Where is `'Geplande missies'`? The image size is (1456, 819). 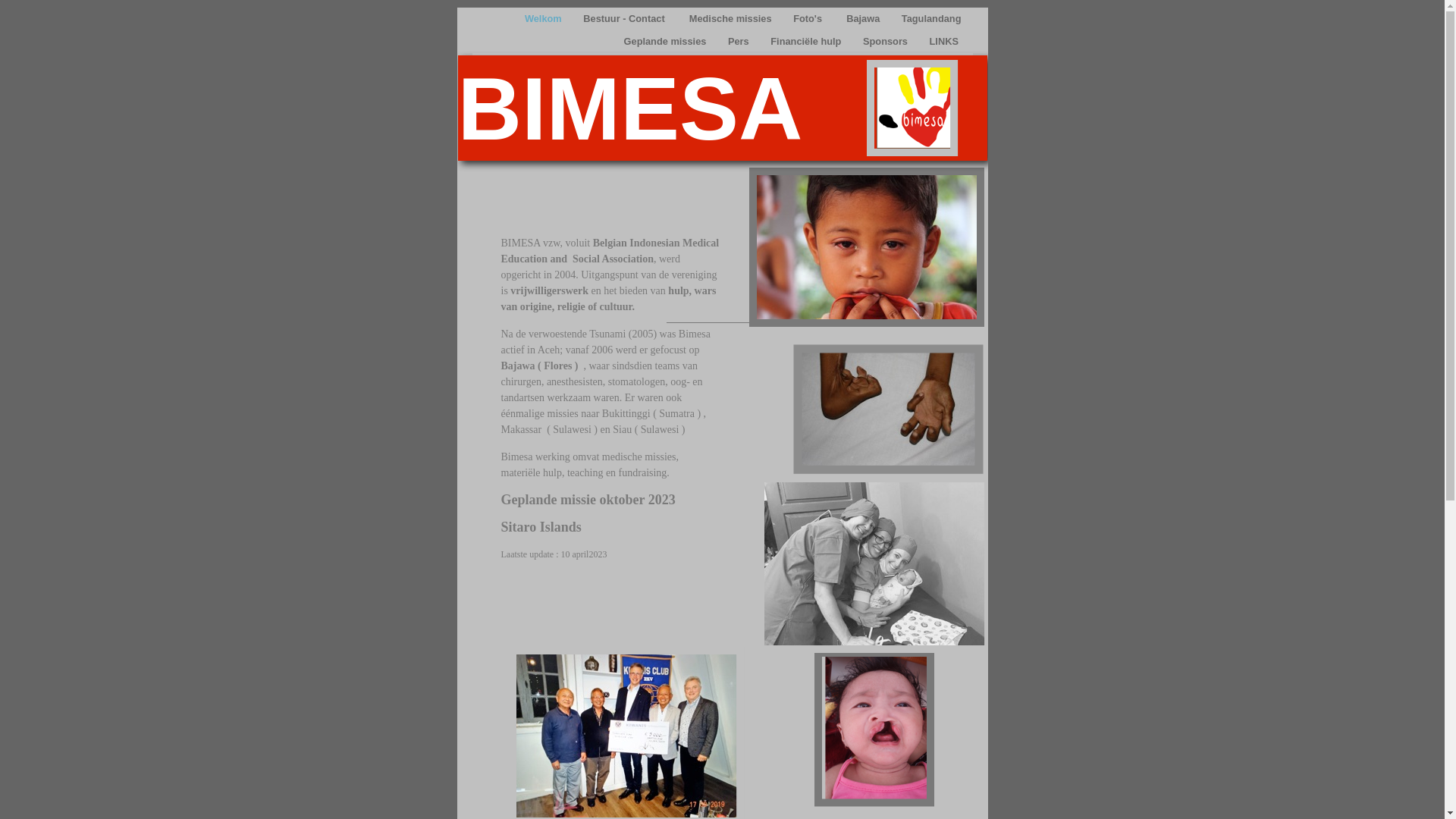 'Geplande missies' is located at coordinates (666, 40).